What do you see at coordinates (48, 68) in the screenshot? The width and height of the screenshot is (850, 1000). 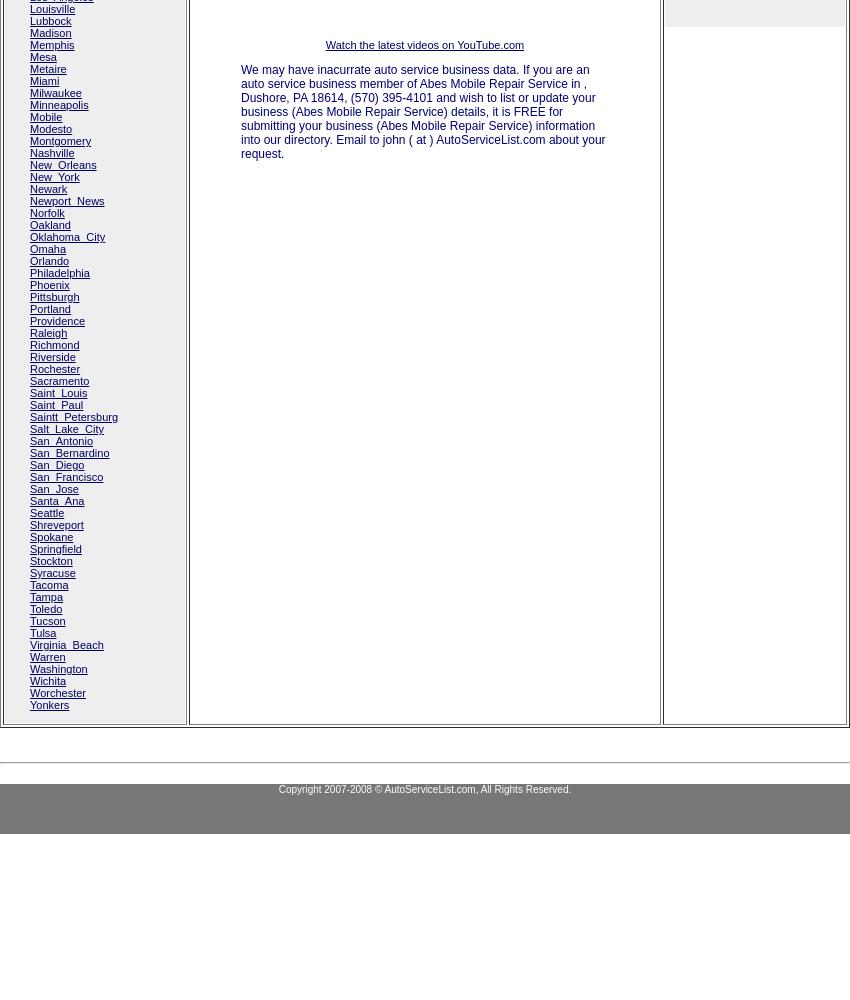 I see `'Metaire'` at bounding box center [48, 68].